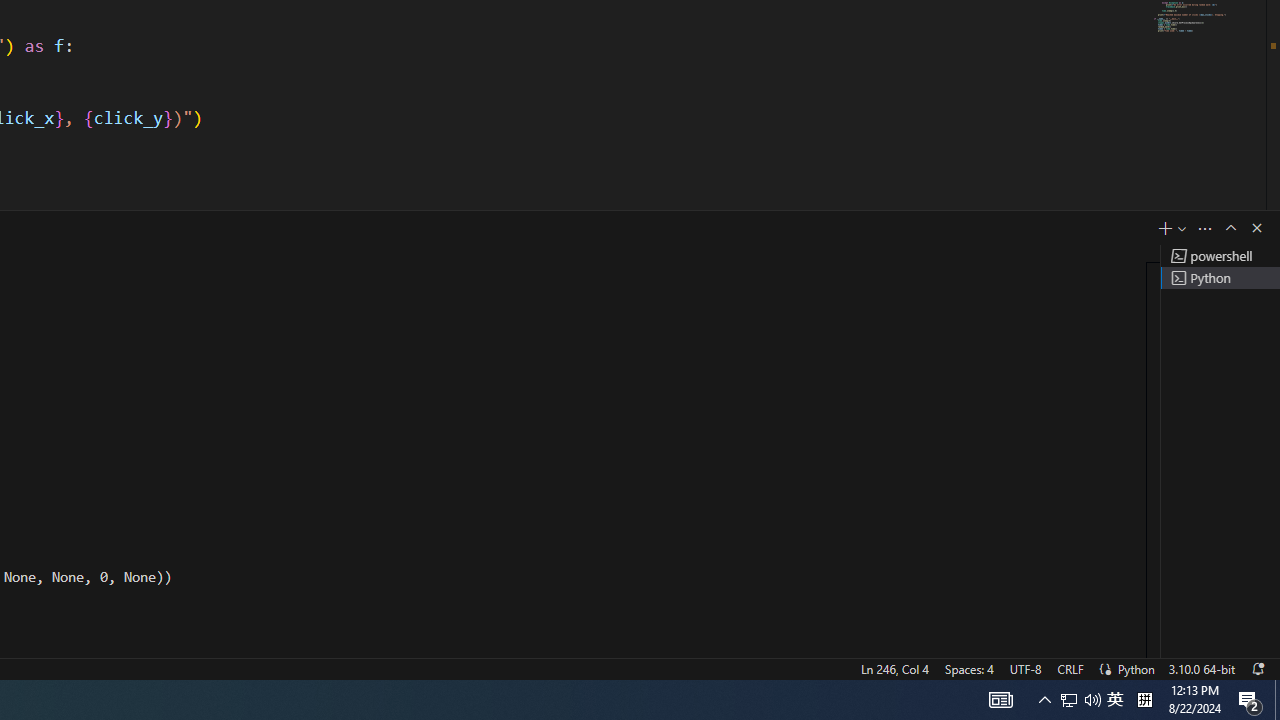 This screenshot has height=720, width=1280. Describe the element at coordinates (1069, 668) in the screenshot. I see `'CRLF'` at that location.